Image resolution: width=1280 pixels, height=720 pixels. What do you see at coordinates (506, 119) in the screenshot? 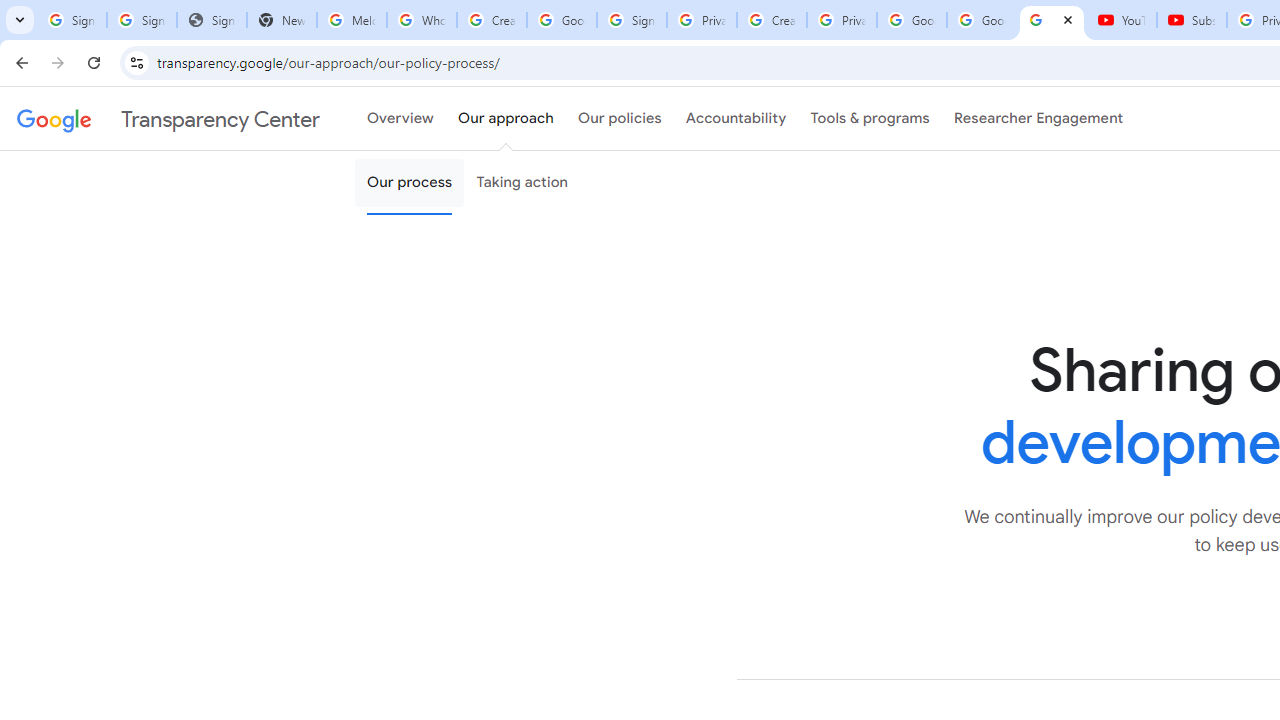
I see `'Our approach'` at bounding box center [506, 119].